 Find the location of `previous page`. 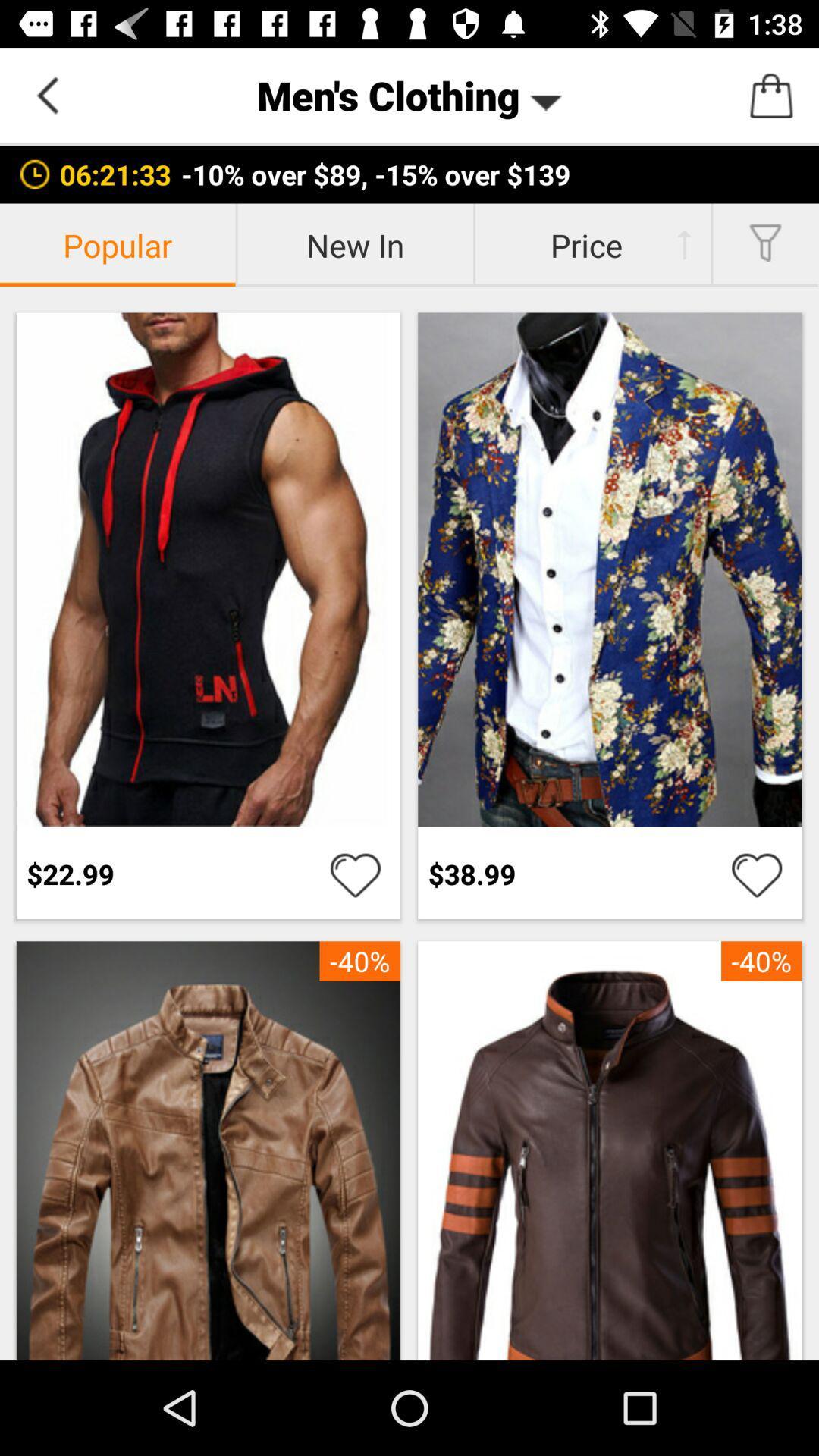

previous page is located at coordinates (46, 94).